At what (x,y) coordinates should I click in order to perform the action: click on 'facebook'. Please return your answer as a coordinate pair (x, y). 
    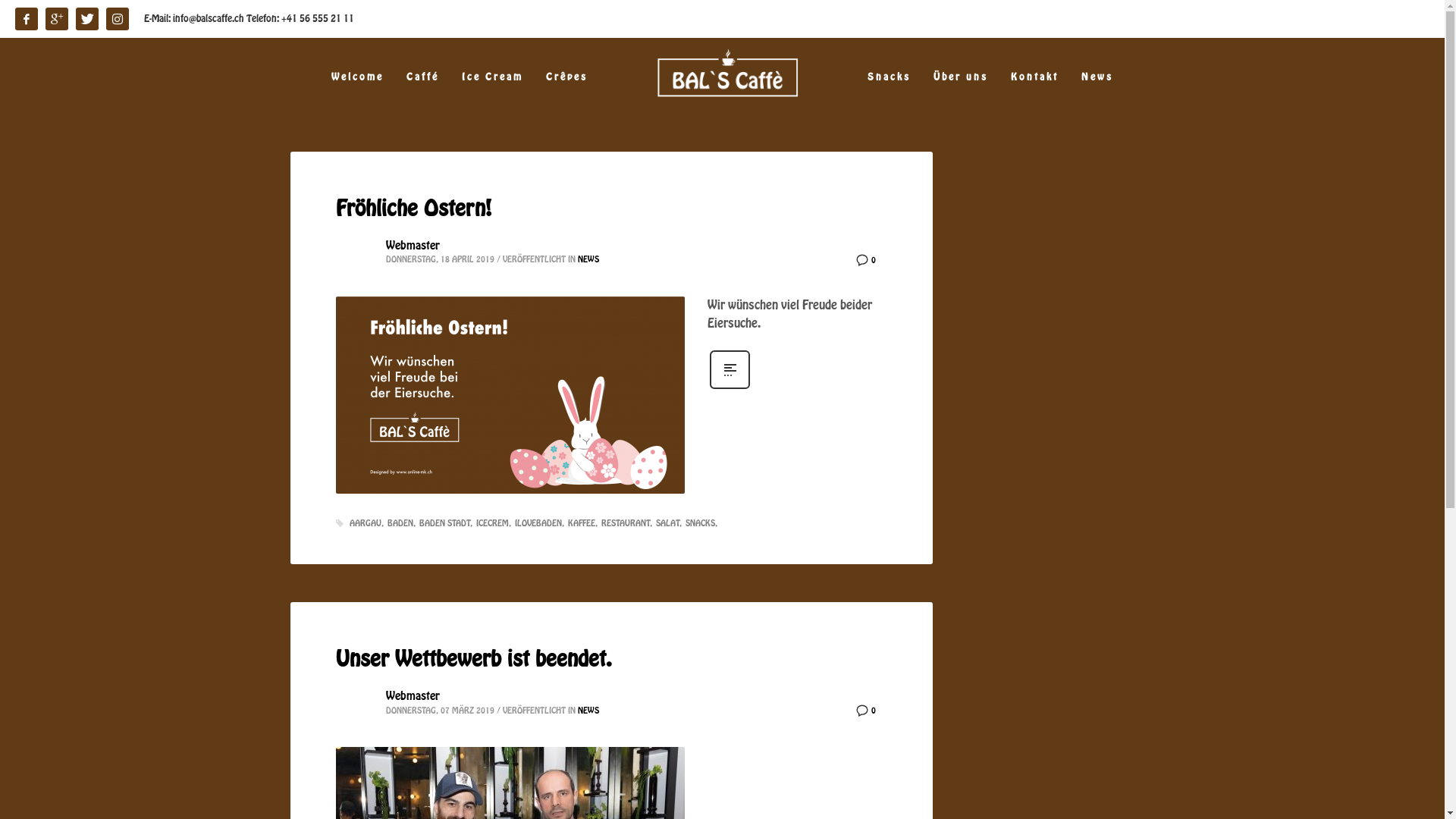
    Looking at the image, I should click on (26, 18).